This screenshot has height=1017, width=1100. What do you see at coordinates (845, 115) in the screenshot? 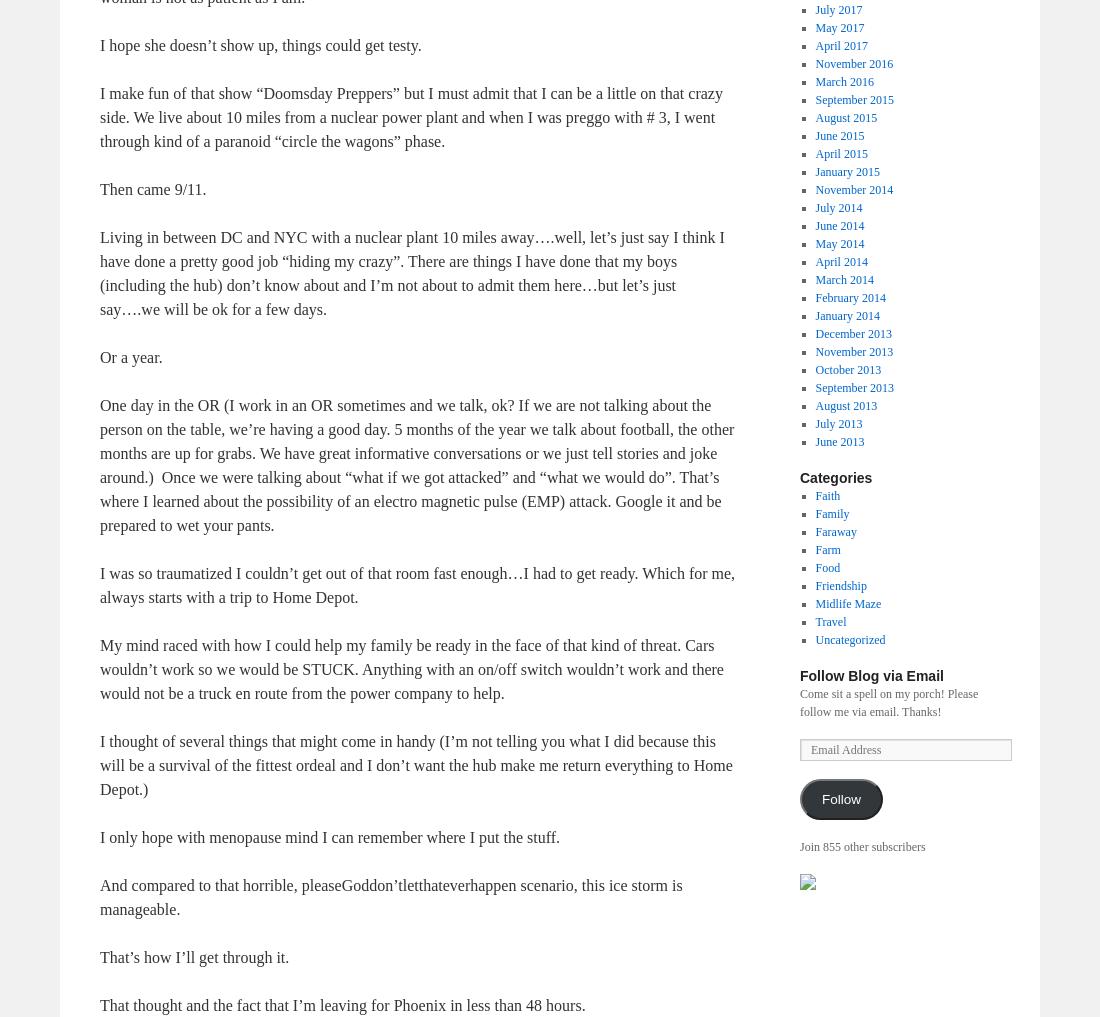
I see `'August 2015'` at bounding box center [845, 115].